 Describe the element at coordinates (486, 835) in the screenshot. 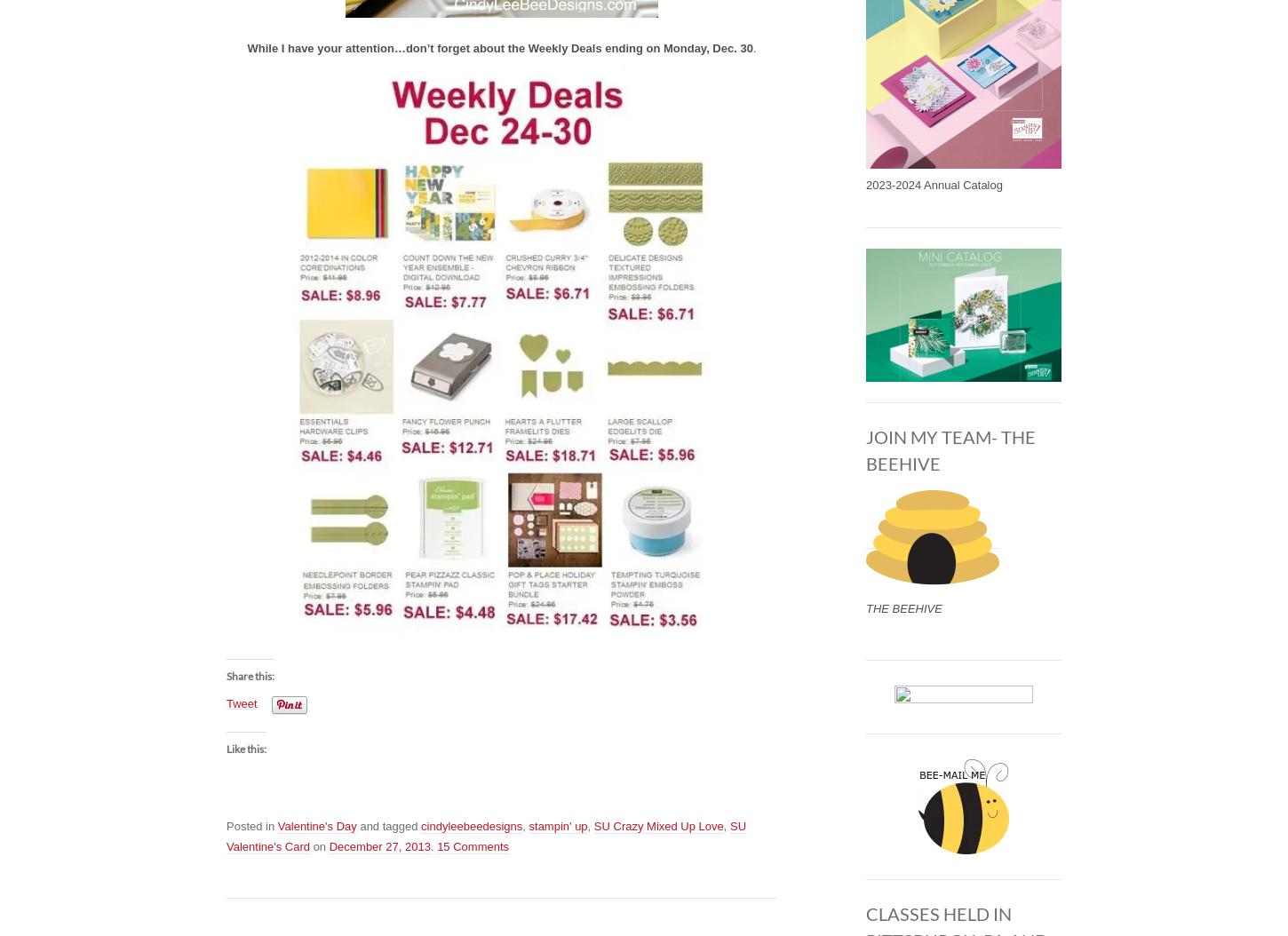

I see `'SU Valentine's Card'` at that location.